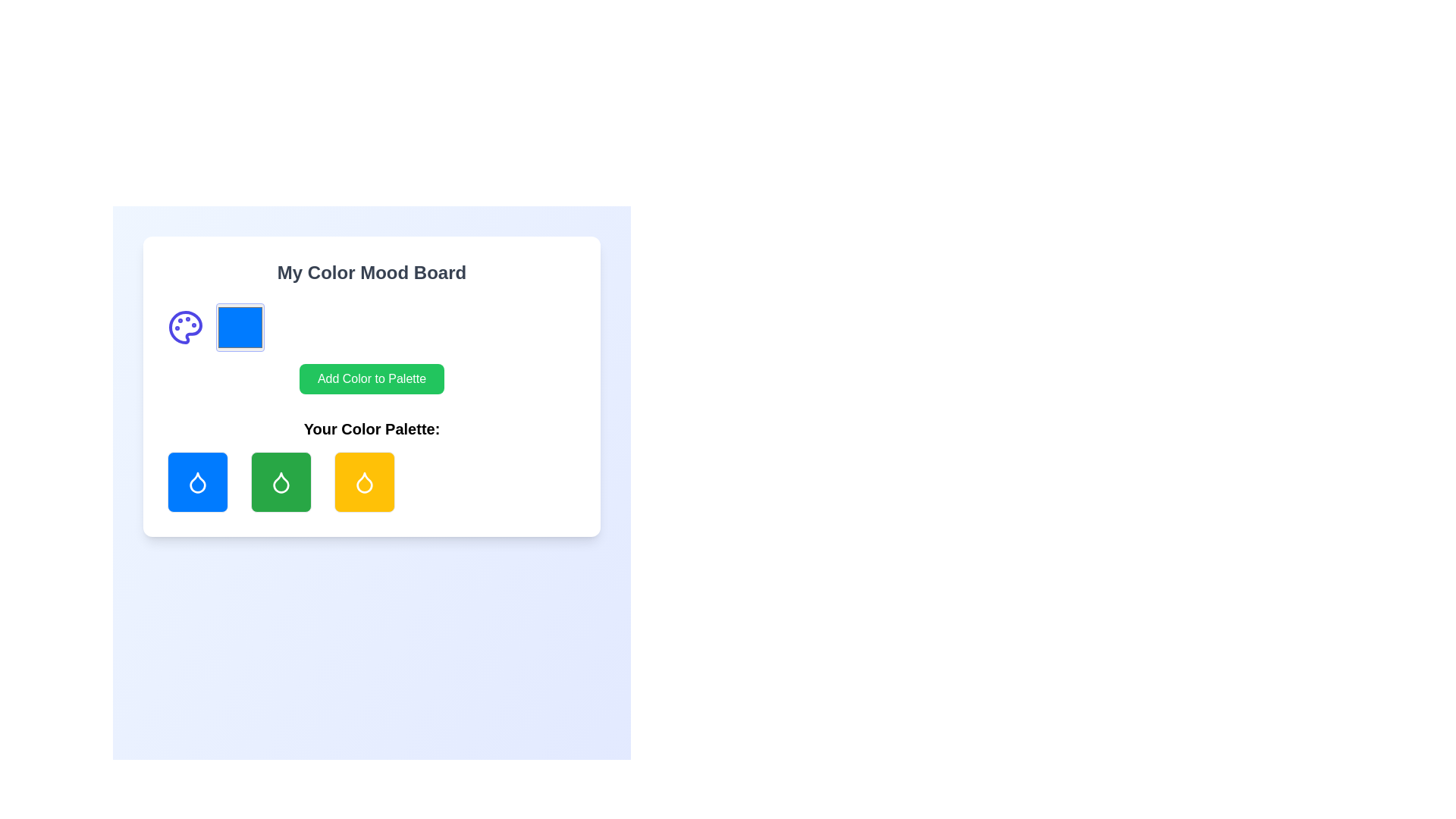  I want to click on the droplet-shaped icon displayed in white against a vibrant yellow square background, which is the third item in the bottom row of the 'My Color Mood Board' modal, so click(365, 482).